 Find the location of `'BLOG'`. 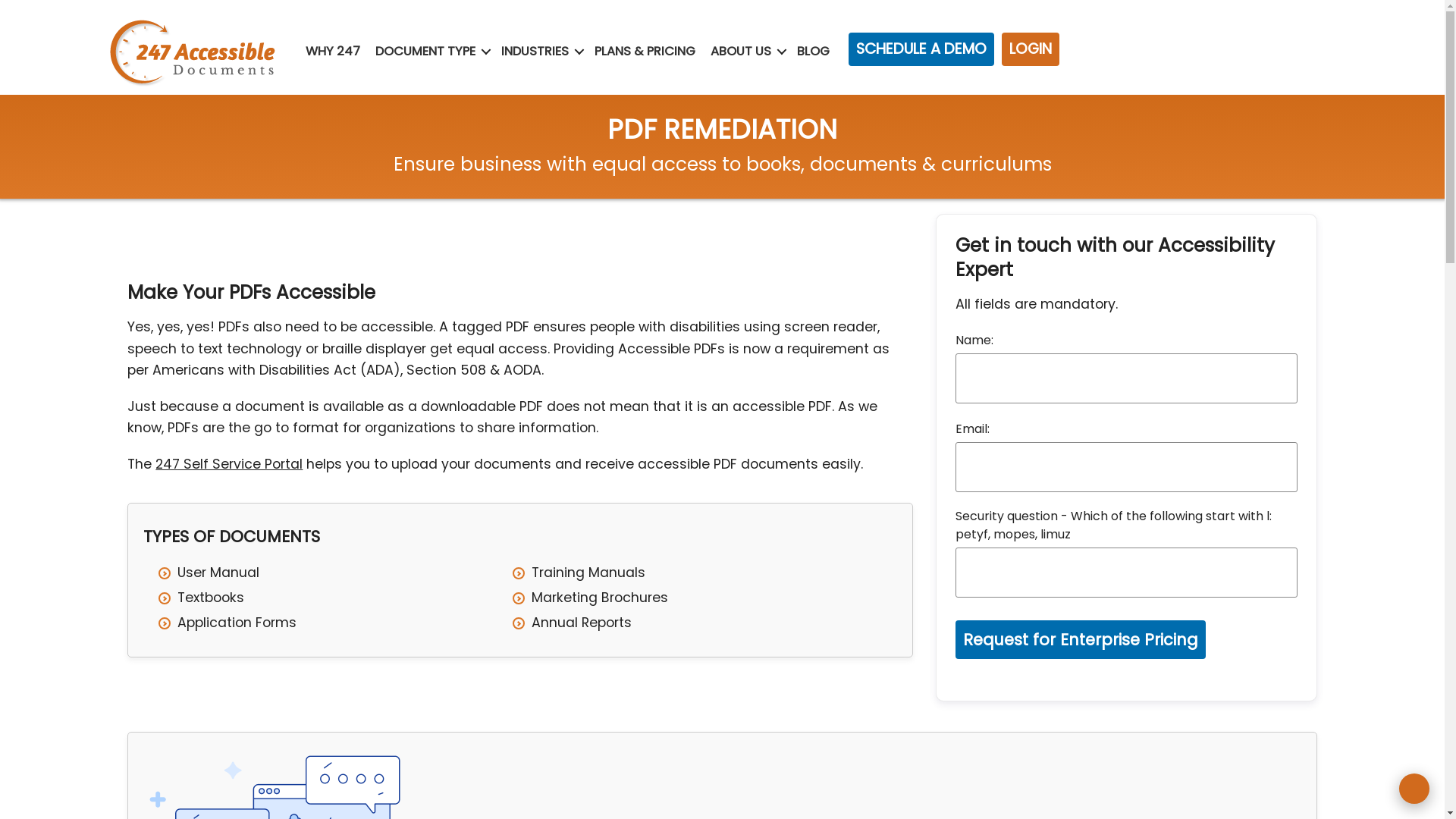

'BLOG' is located at coordinates (812, 51).